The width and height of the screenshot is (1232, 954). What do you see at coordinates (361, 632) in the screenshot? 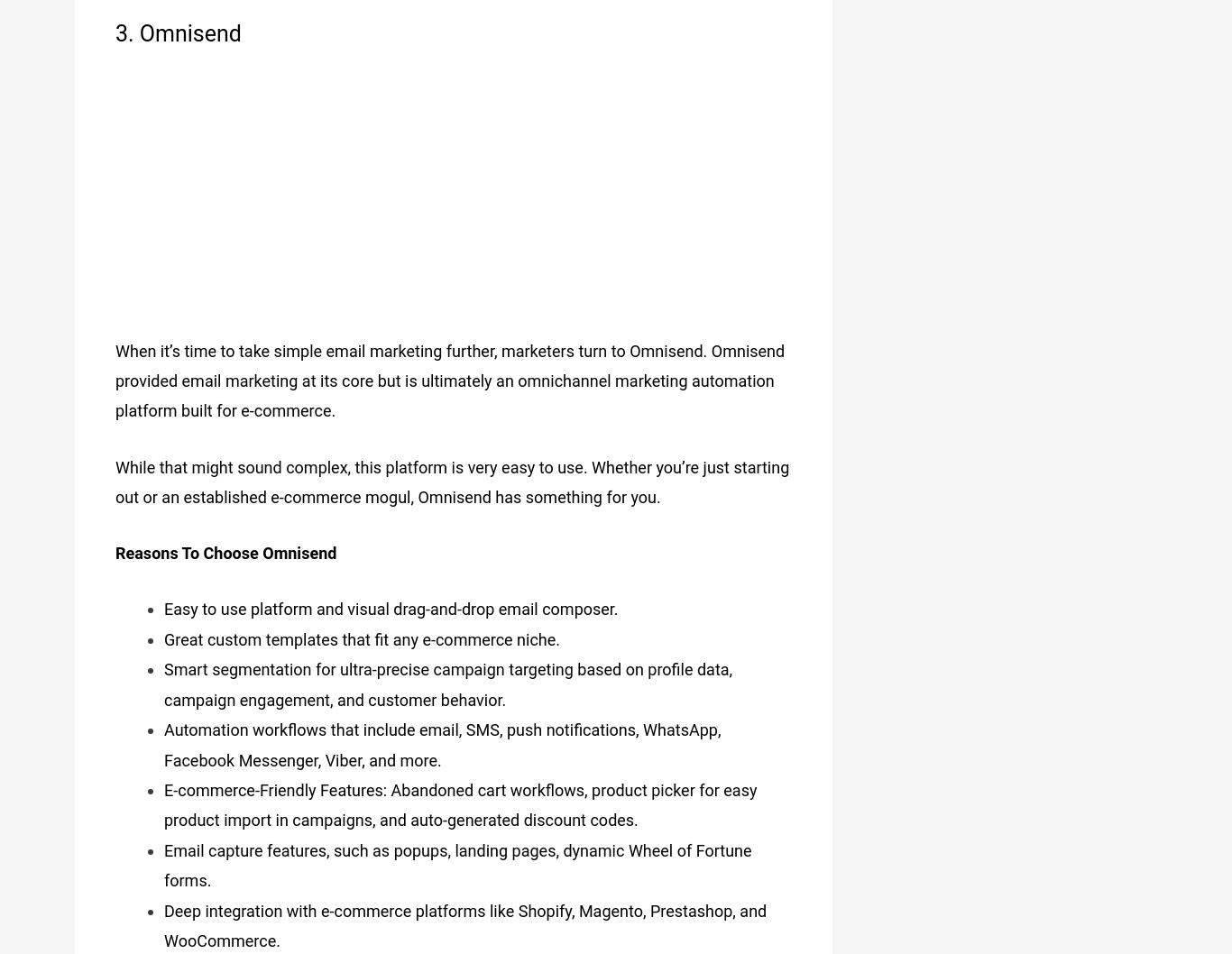
I see `'Great custom templates that fit any e-commerce niche.'` at bounding box center [361, 632].